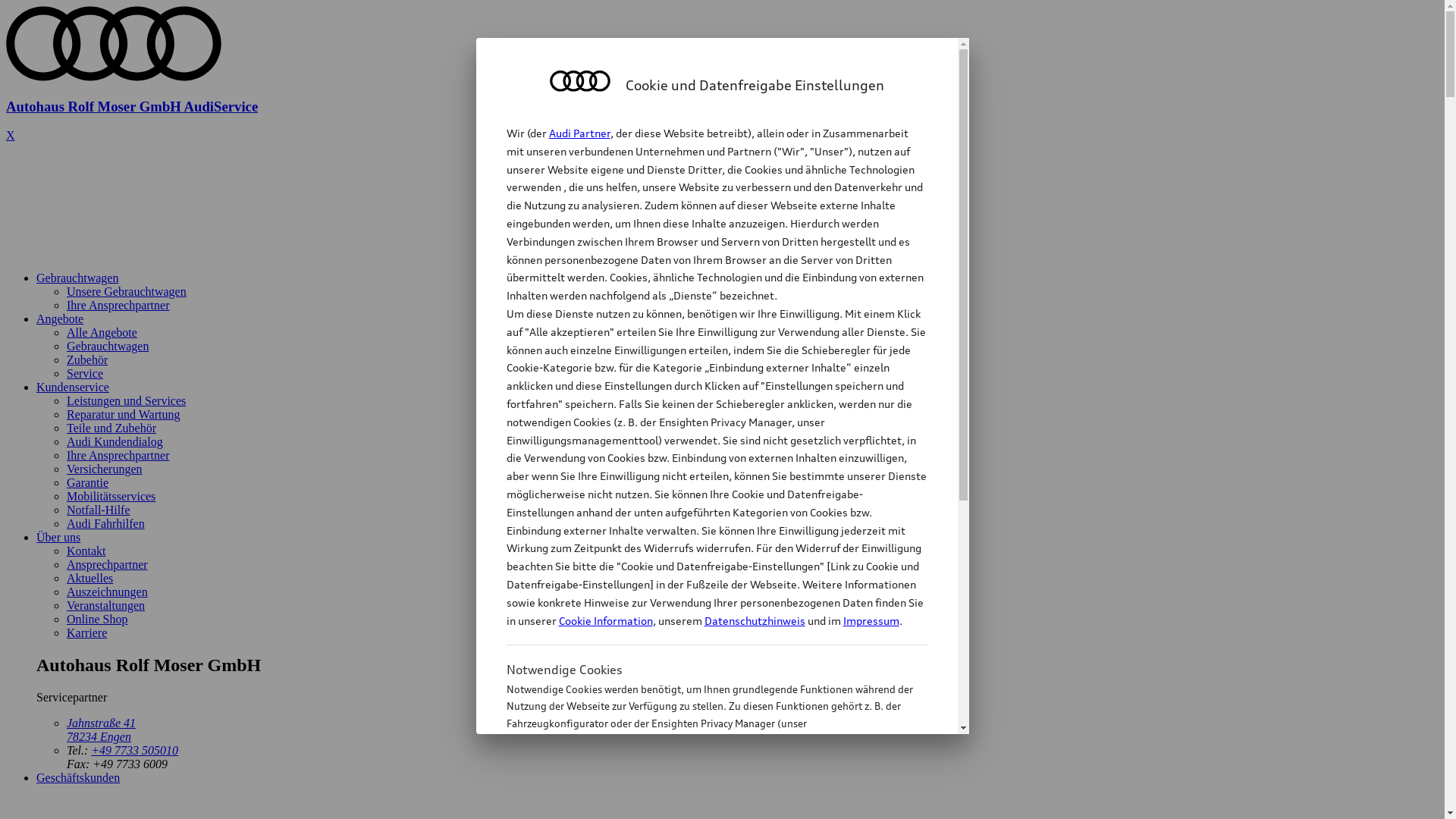  Describe the element at coordinates (65, 578) in the screenshot. I see `'Aktuelles'` at that location.